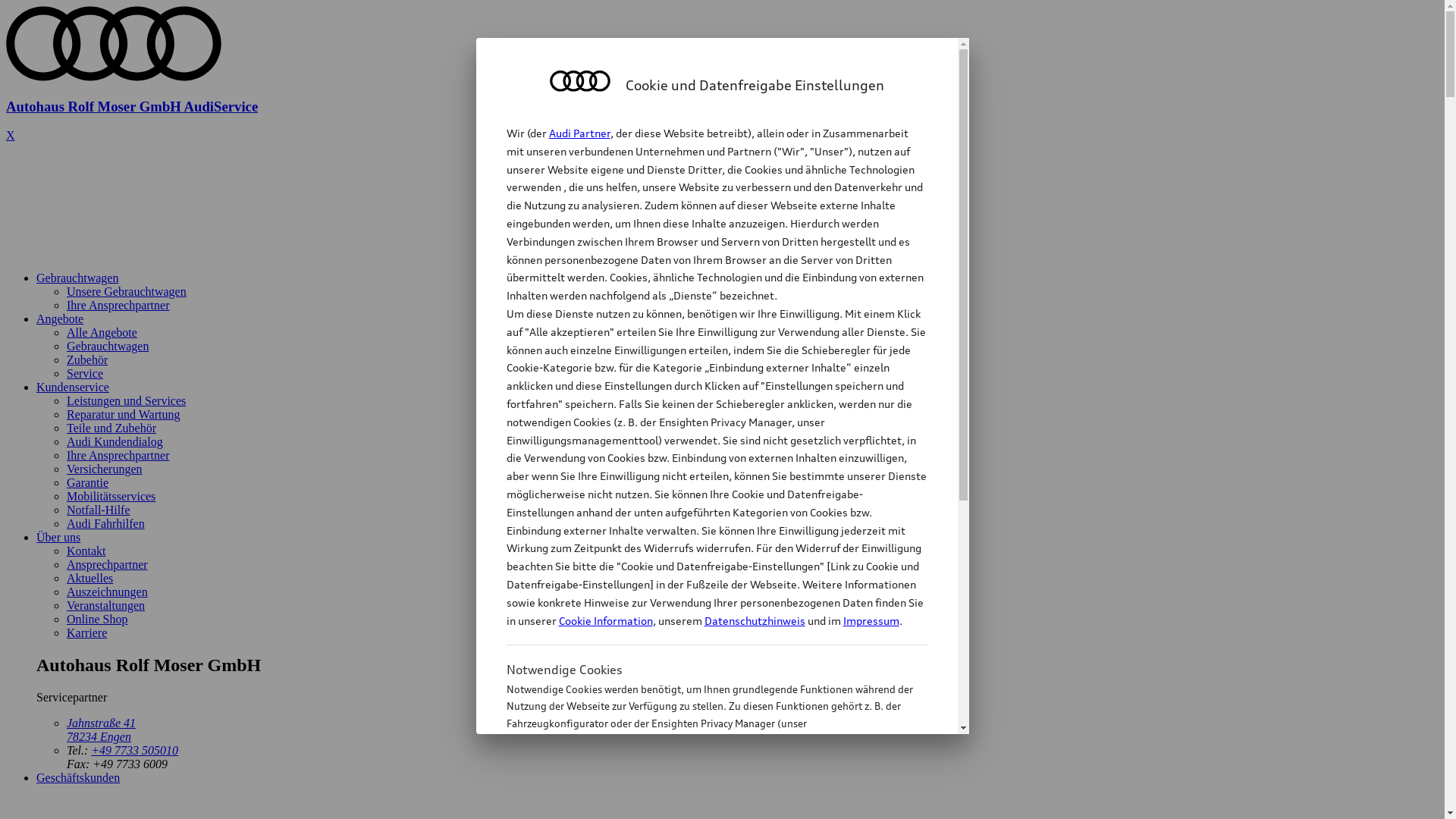  Describe the element at coordinates (65, 578) in the screenshot. I see `'Aktuelles'` at that location.